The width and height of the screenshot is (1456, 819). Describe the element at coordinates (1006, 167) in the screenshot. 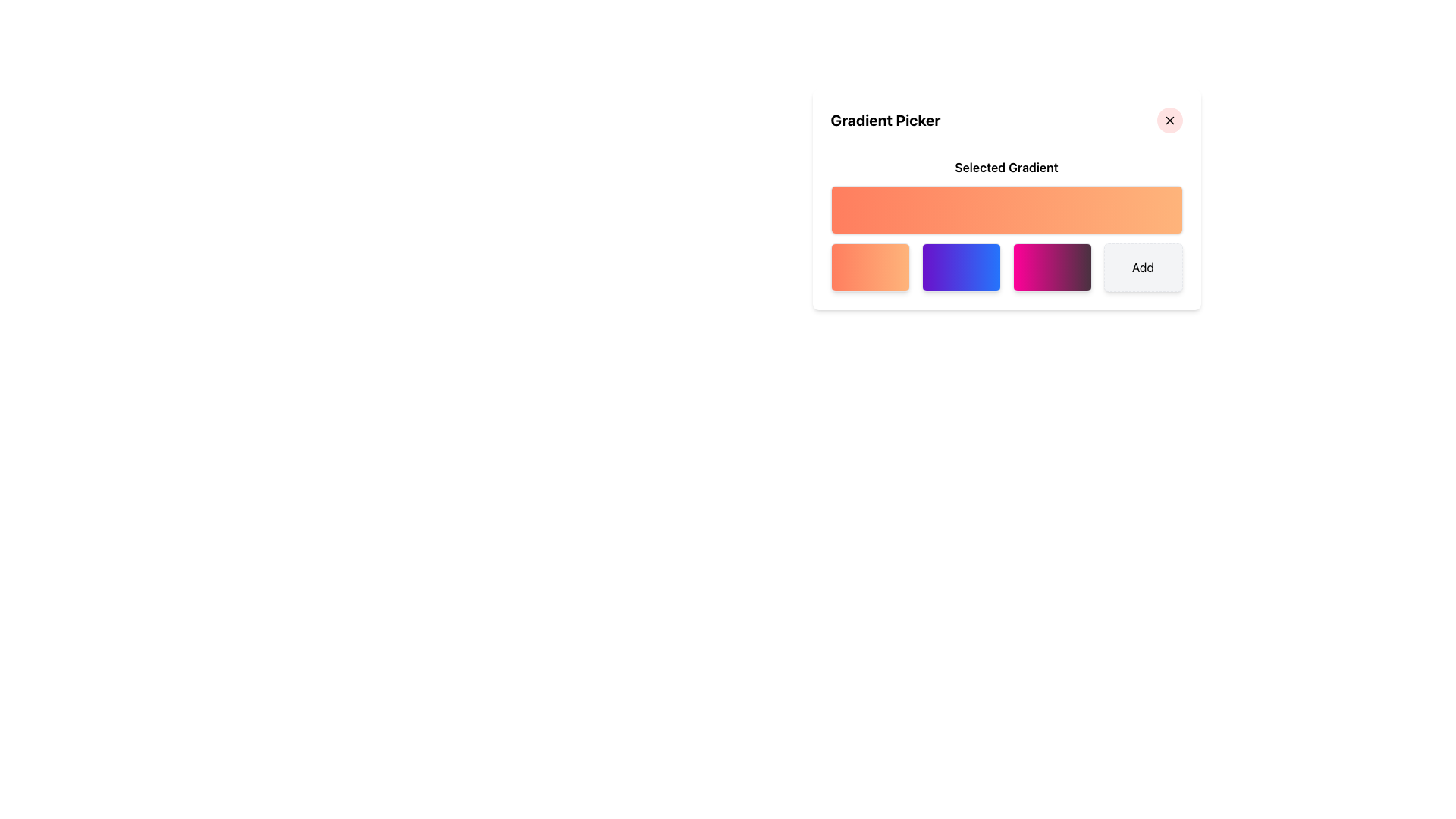

I see `the title or label indicating the current selection within the gradient picker interface, which is positioned above the horizontal gradient background display` at that location.